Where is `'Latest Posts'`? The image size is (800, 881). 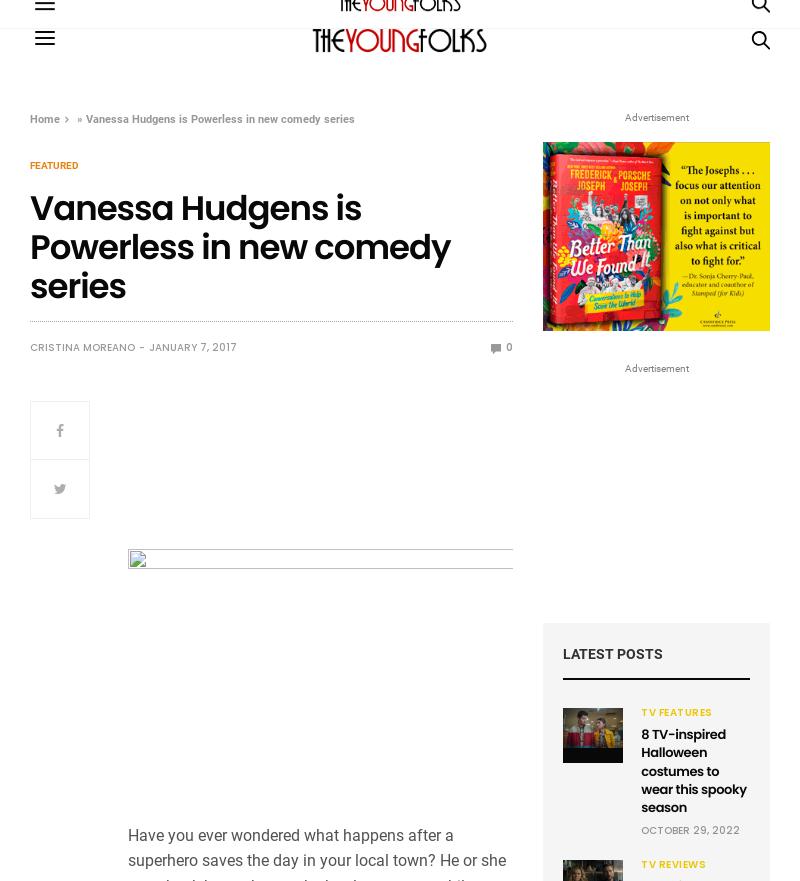 'Latest Posts' is located at coordinates (562, 652).